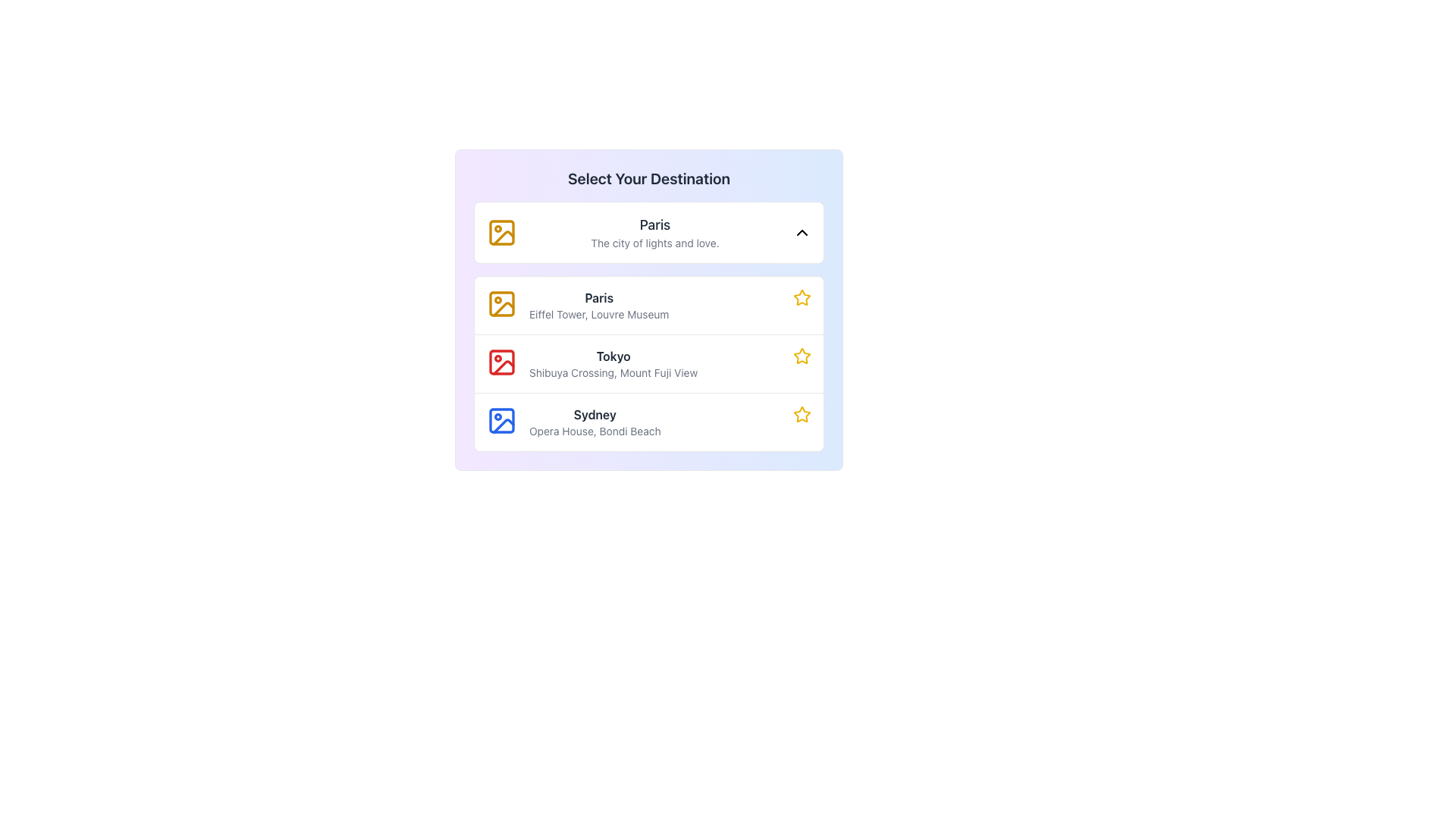  What do you see at coordinates (613, 363) in the screenshot?
I see `the Text Display element indicating 'Tokyo', which is centrally located in the third row of the vertical list in the modal titled 'Select Your Destination'` at bounding box center [613, 363].